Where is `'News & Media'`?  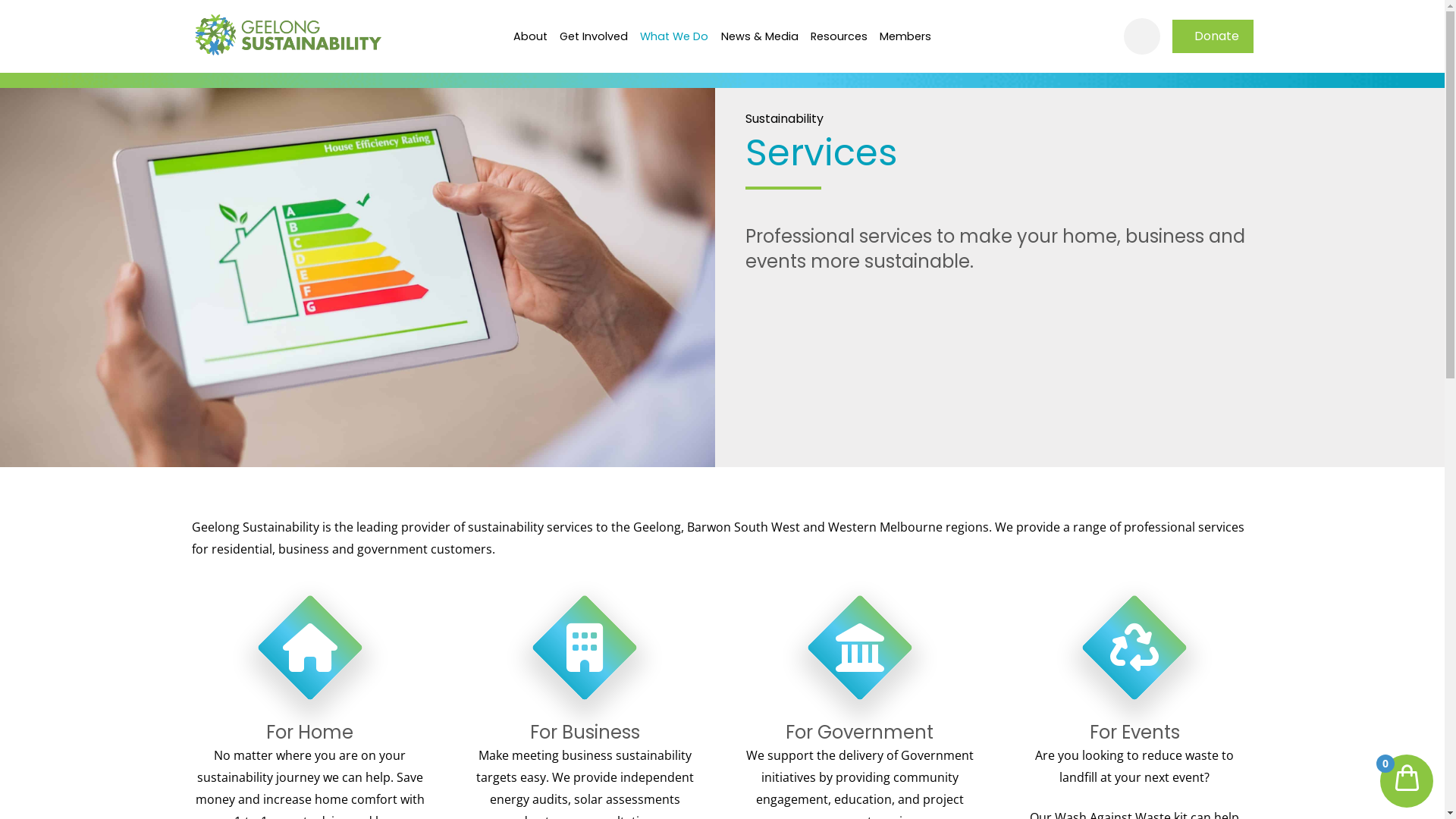
'News & Media' is located at coordinates (759, 35).